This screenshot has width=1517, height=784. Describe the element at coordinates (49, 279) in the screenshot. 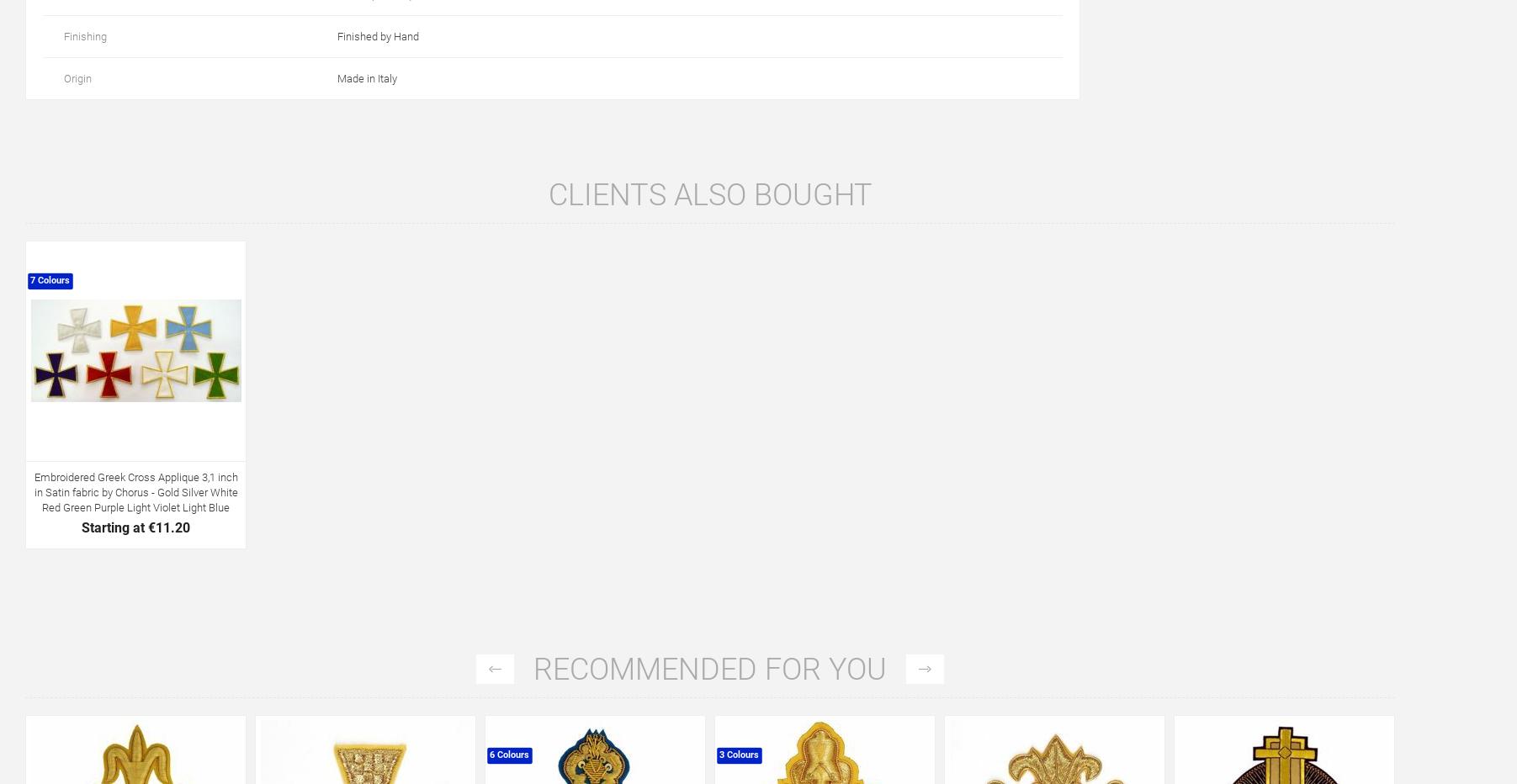

I see `'7 Colours'` at that location.